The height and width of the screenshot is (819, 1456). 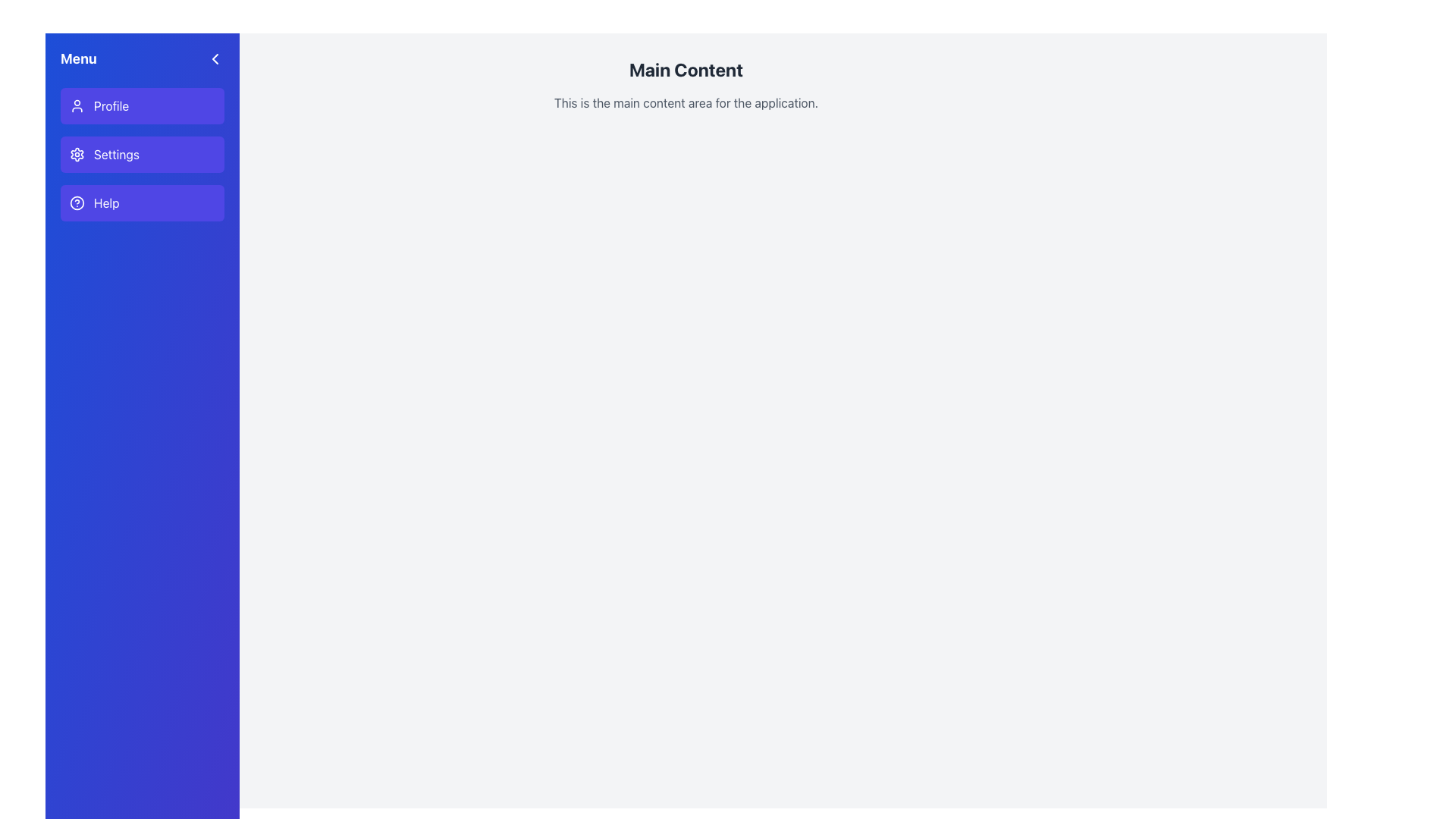 What do you see at coordinates (214, 58) in the screenshot?
I see `the left-pointing chevron icon in the sidebar at the top-right corner of the blue 'Menu' section` at bounding box center [214, 58].